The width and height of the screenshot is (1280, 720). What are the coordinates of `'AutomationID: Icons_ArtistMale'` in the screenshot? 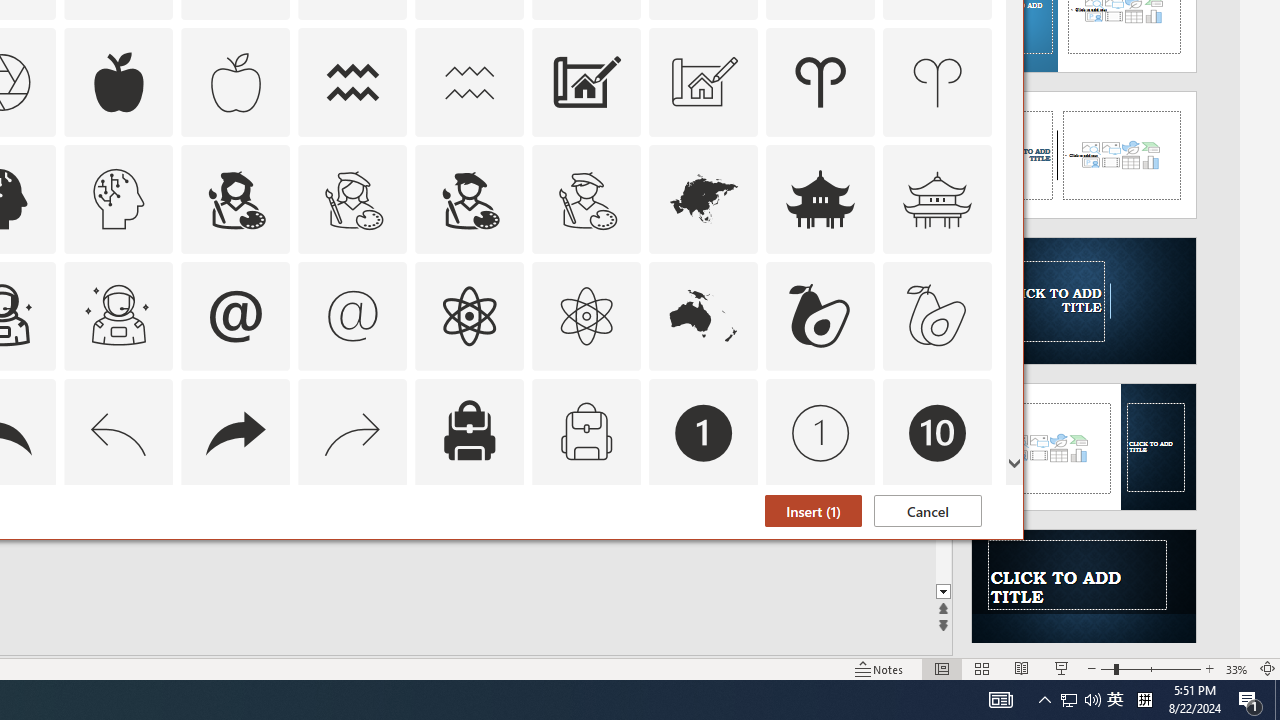 It's located at (468, 198).